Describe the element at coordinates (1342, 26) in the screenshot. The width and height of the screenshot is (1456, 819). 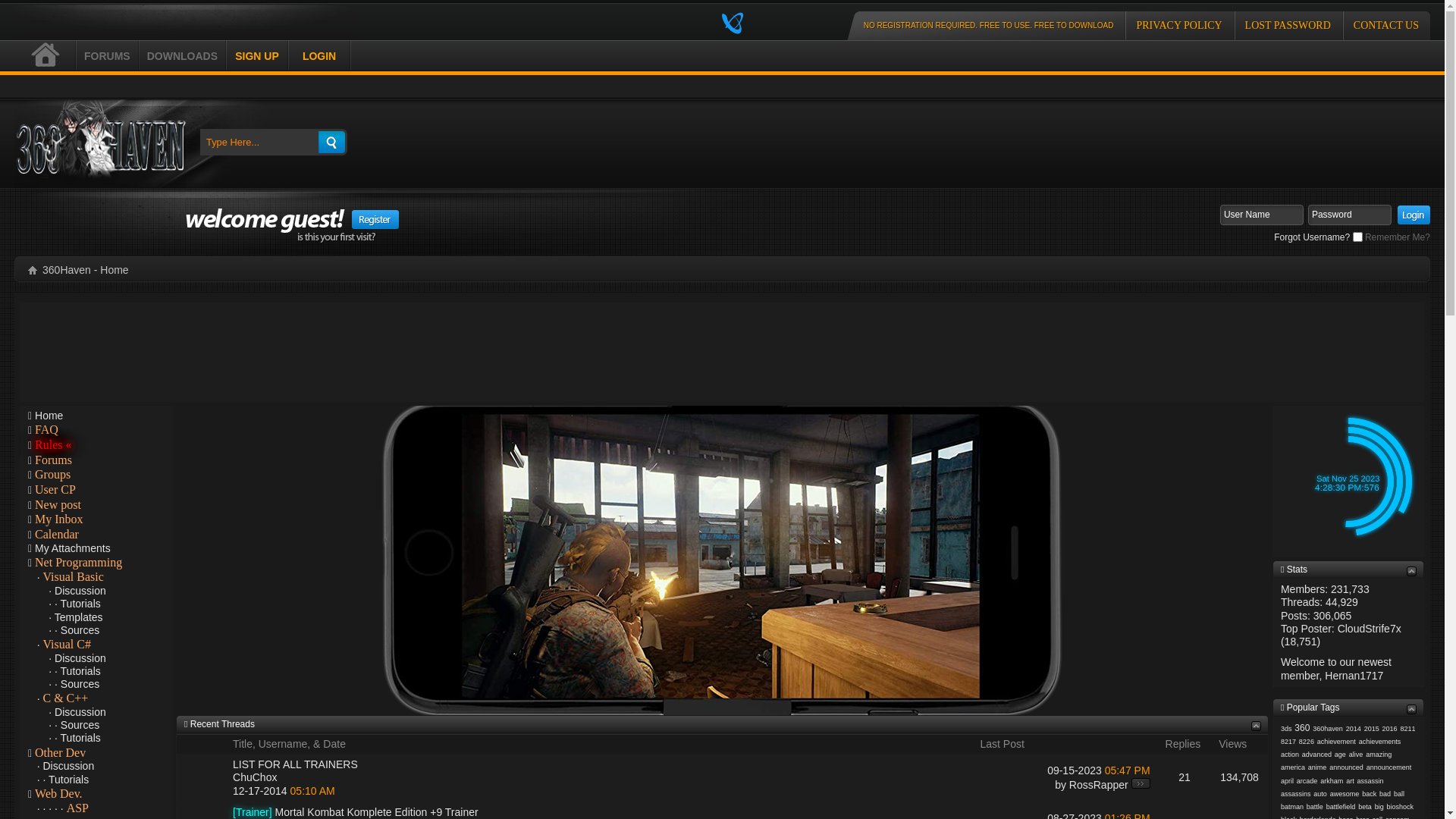
I see `'CONTACT US'` at that location.